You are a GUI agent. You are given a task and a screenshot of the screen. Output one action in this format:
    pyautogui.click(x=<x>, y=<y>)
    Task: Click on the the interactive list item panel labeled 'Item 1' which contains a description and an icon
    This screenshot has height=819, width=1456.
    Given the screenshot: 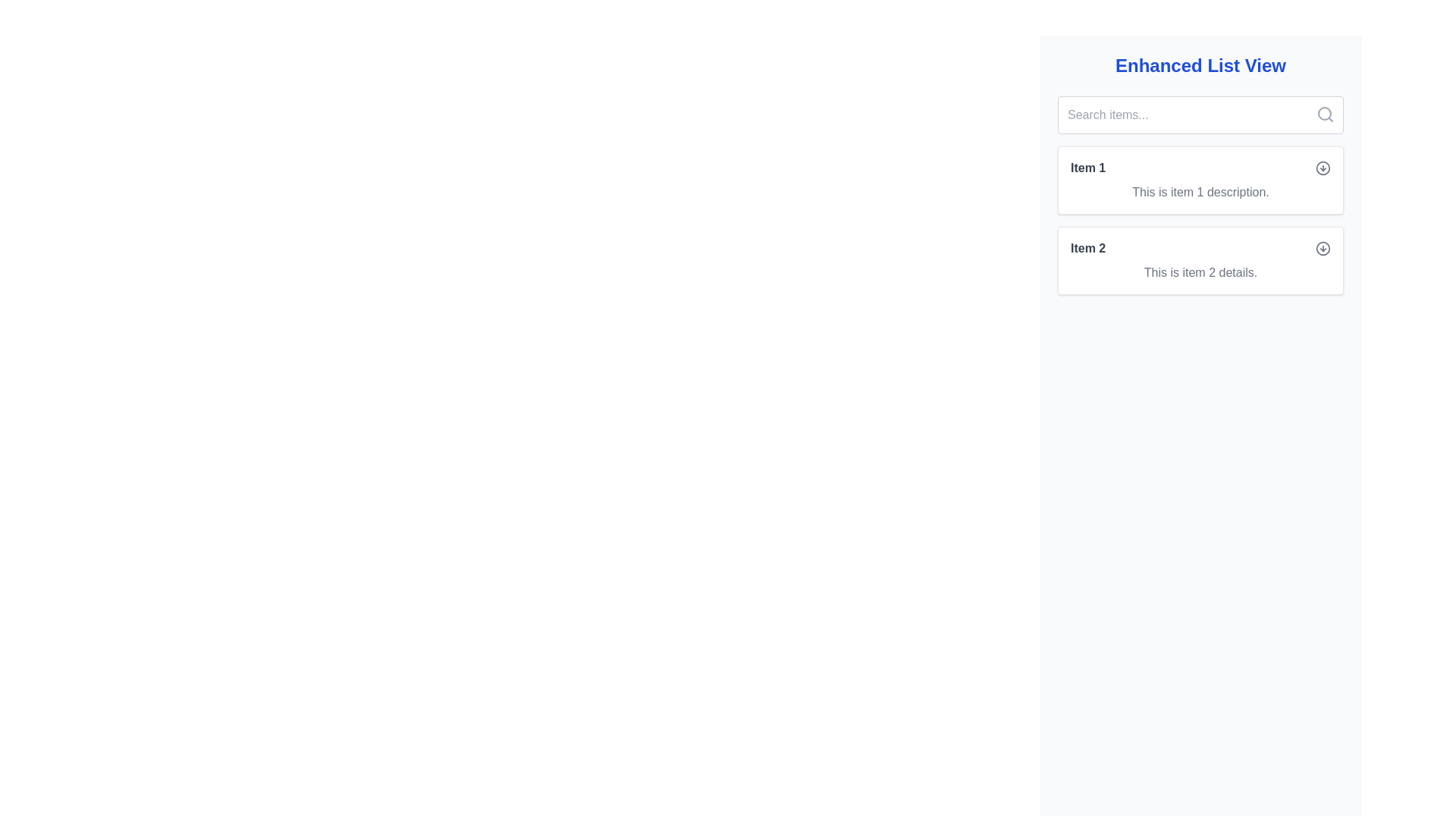 What is the action you would take?
    pyautogui.click(x=1200, y=180)
    